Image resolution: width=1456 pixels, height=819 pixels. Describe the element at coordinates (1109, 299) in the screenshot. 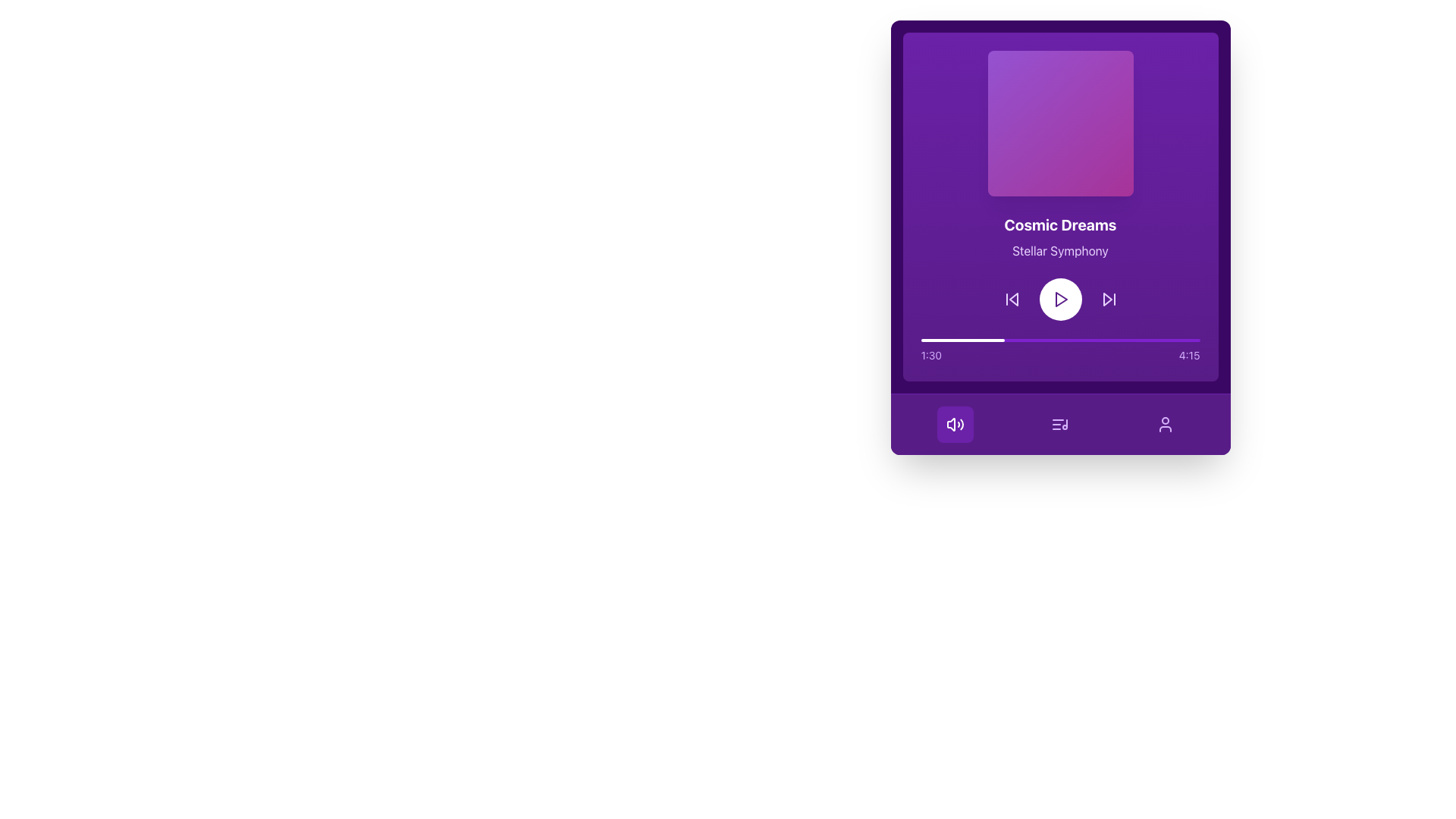

I see `the forward navigation button located to the right of the play button in the playback controls of the purple media player interface` at that location.